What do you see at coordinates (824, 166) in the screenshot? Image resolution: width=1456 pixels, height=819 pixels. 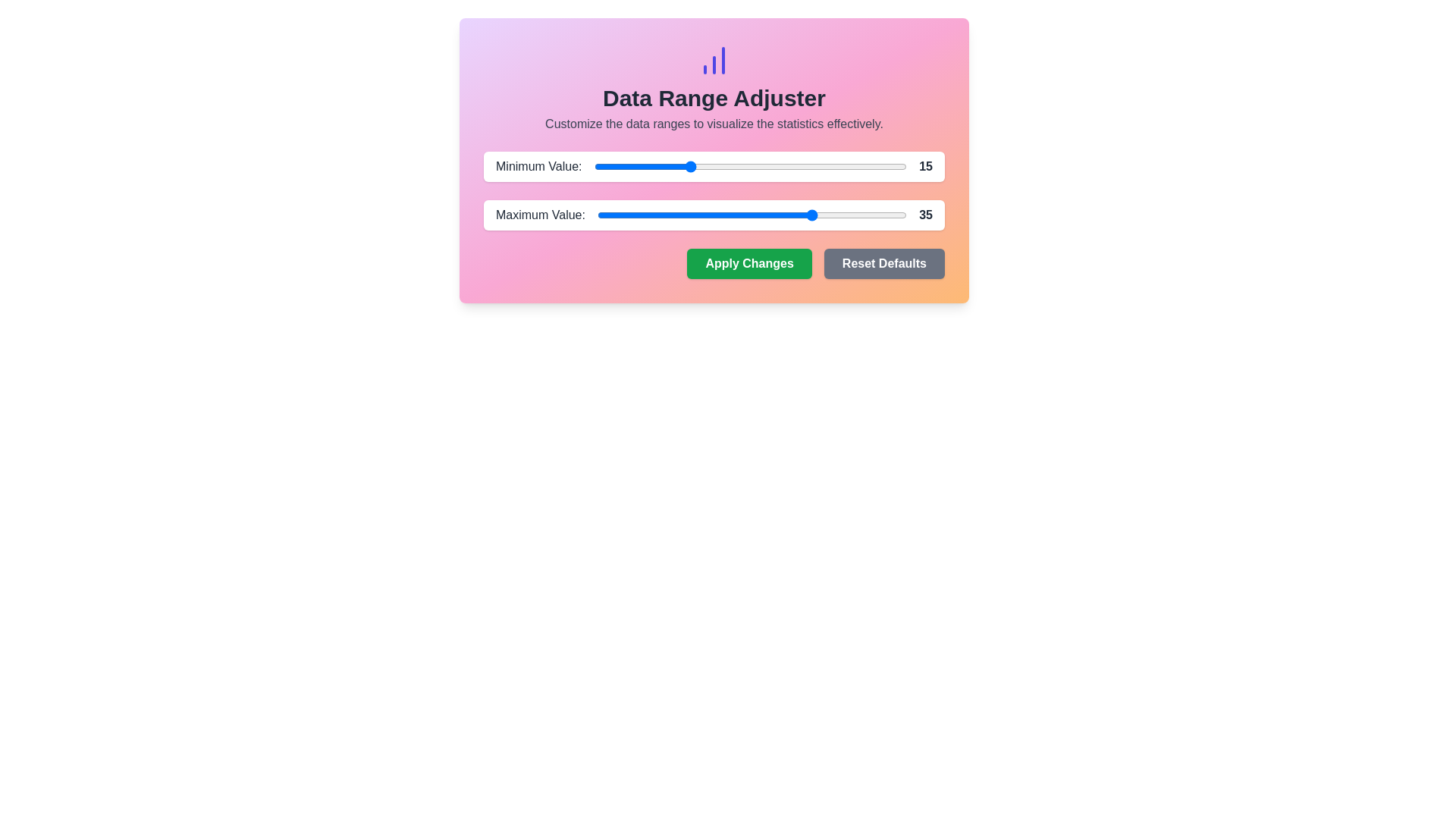 I see `the slider to set the range value to 37` at bounding box center [824, 166].